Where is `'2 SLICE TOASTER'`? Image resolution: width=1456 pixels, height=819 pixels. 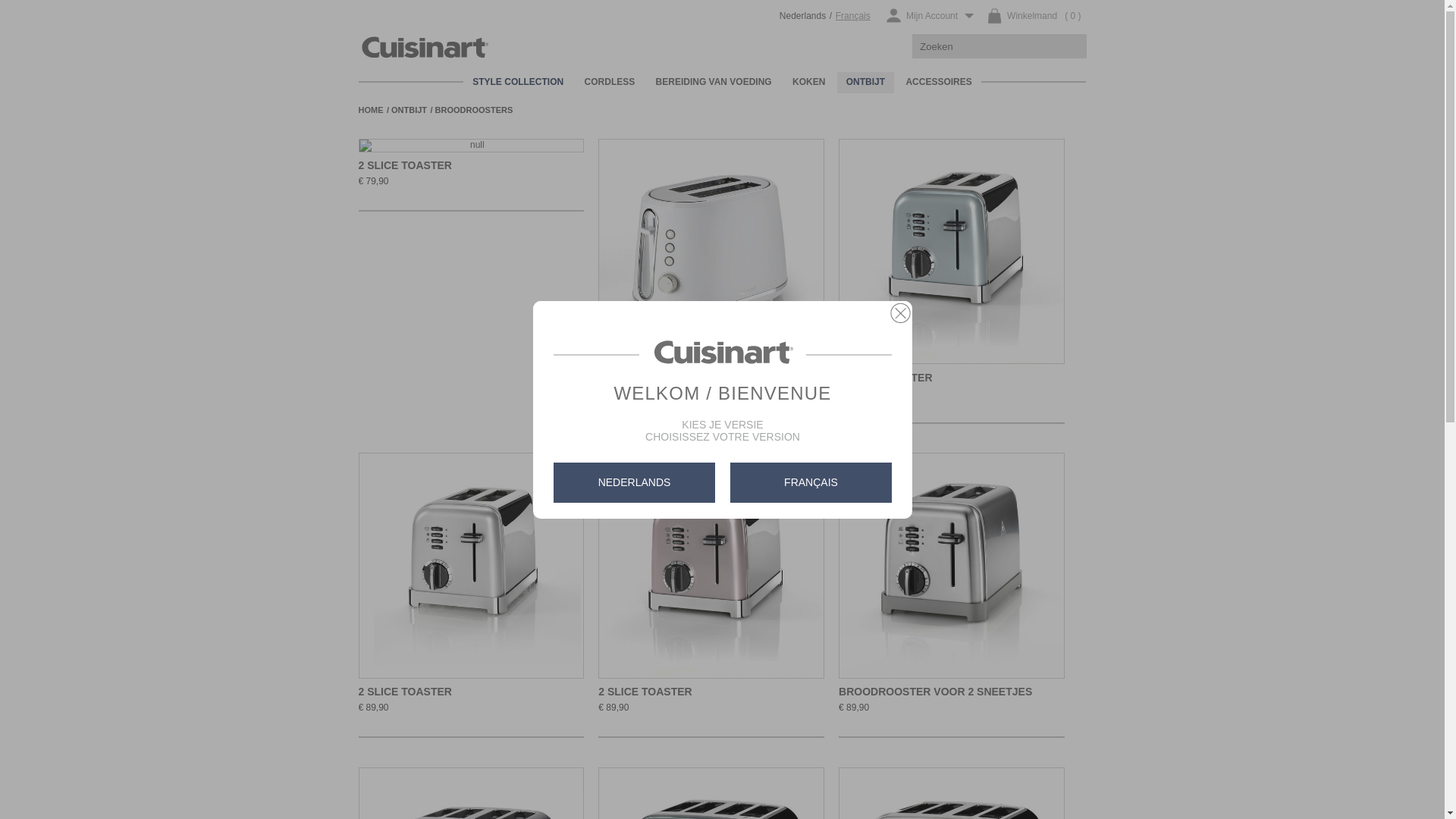
'2 SLICE TOASTER' is located at coordinates (597, 691).